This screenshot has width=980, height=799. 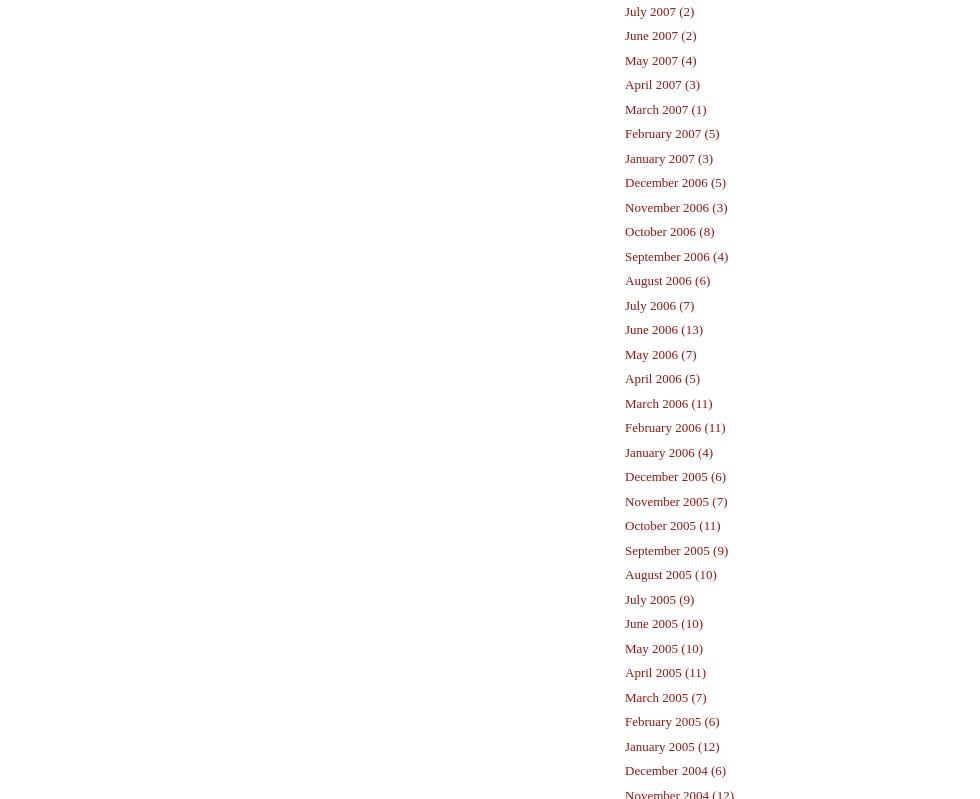 I want to click on 'June 2006 (13)', so click(x=625, y=329).